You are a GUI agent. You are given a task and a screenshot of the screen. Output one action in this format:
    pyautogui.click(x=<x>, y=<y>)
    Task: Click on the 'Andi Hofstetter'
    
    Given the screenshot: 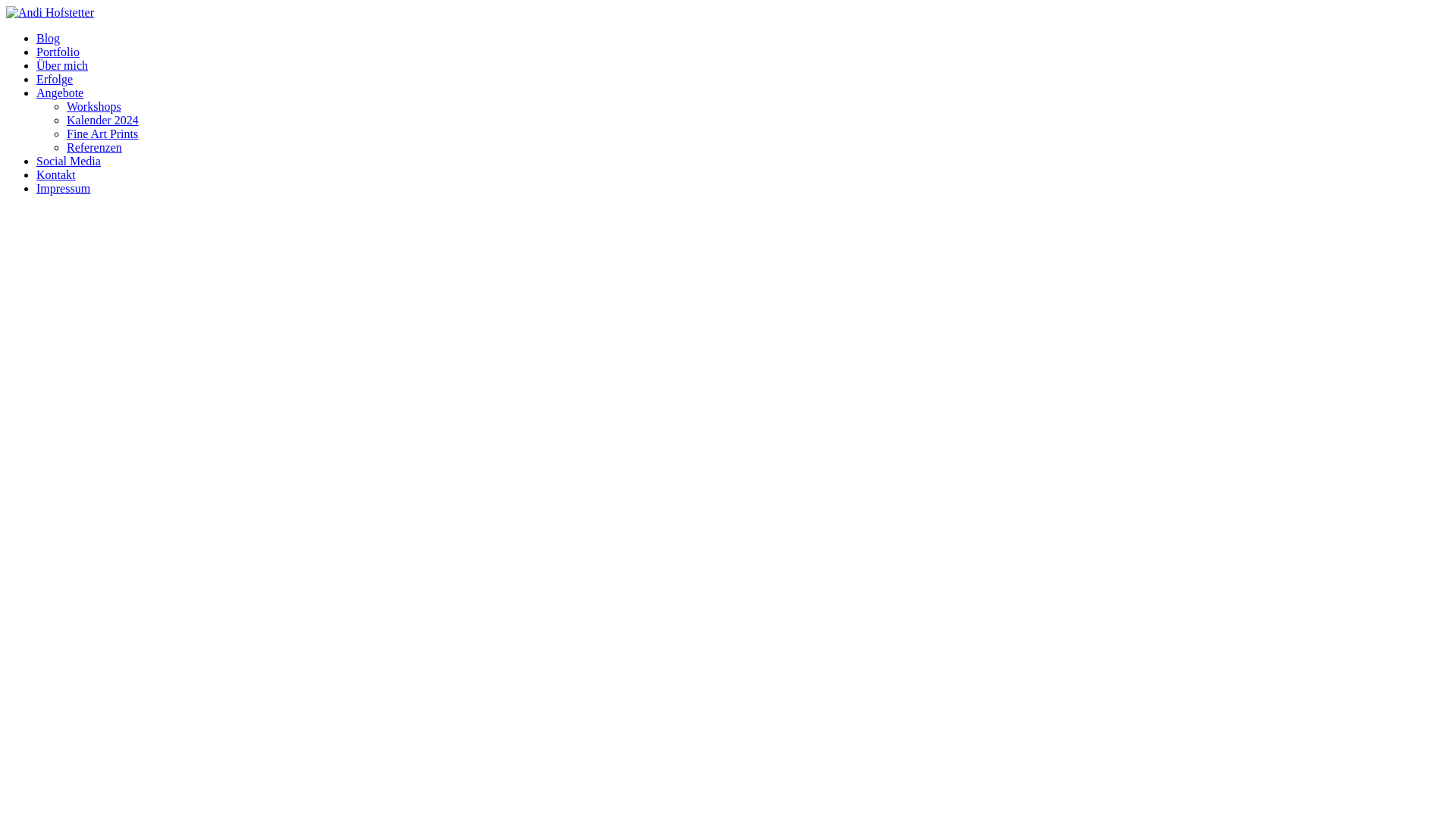 What is the action you would take?
    pyautogui.click(x=50, y=12)
    